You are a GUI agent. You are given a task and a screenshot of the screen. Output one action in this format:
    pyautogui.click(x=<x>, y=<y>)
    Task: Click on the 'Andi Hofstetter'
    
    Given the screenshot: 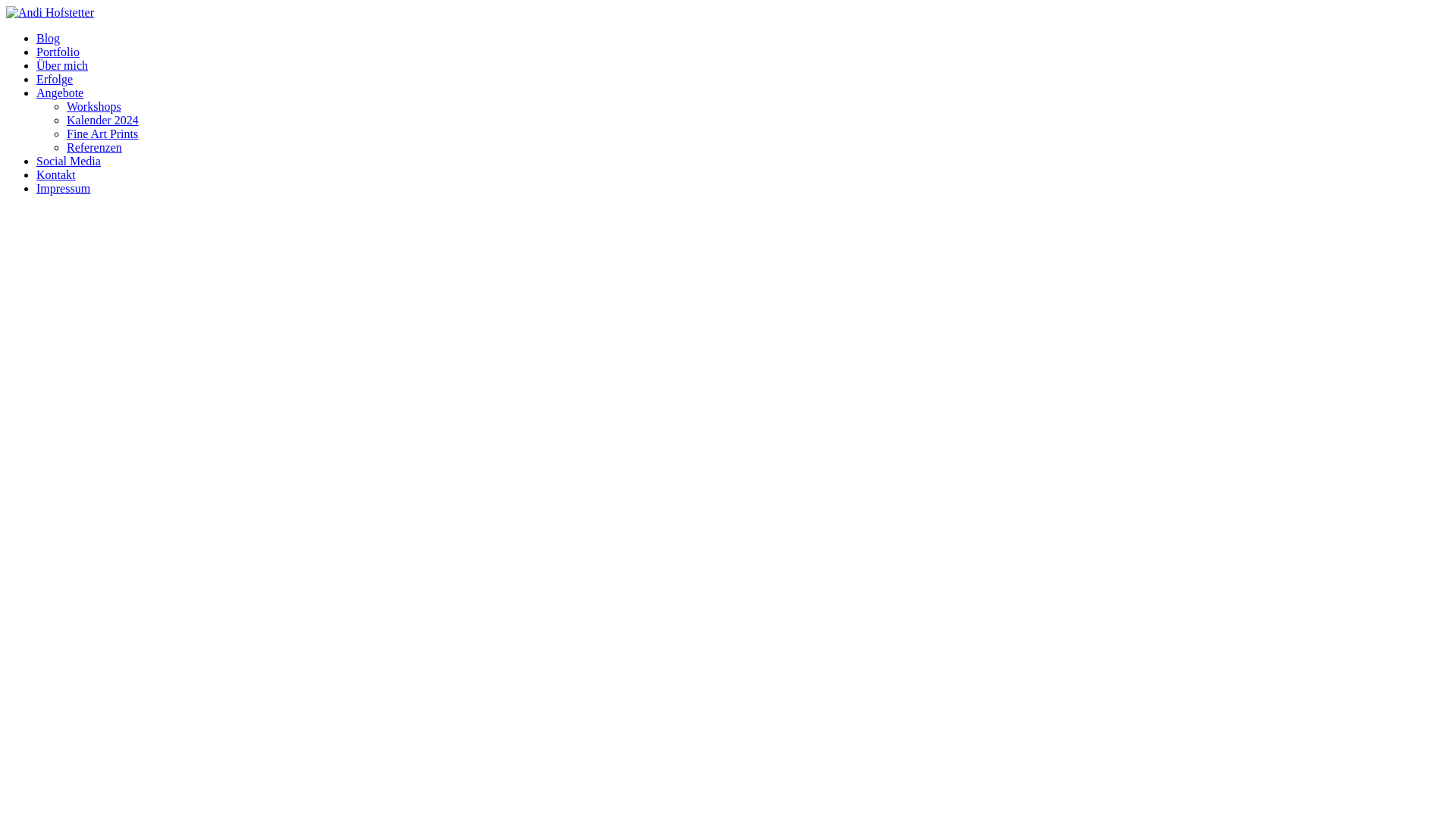 What is the action you would take?
    pyautogui.click(x=50, y=12)
    